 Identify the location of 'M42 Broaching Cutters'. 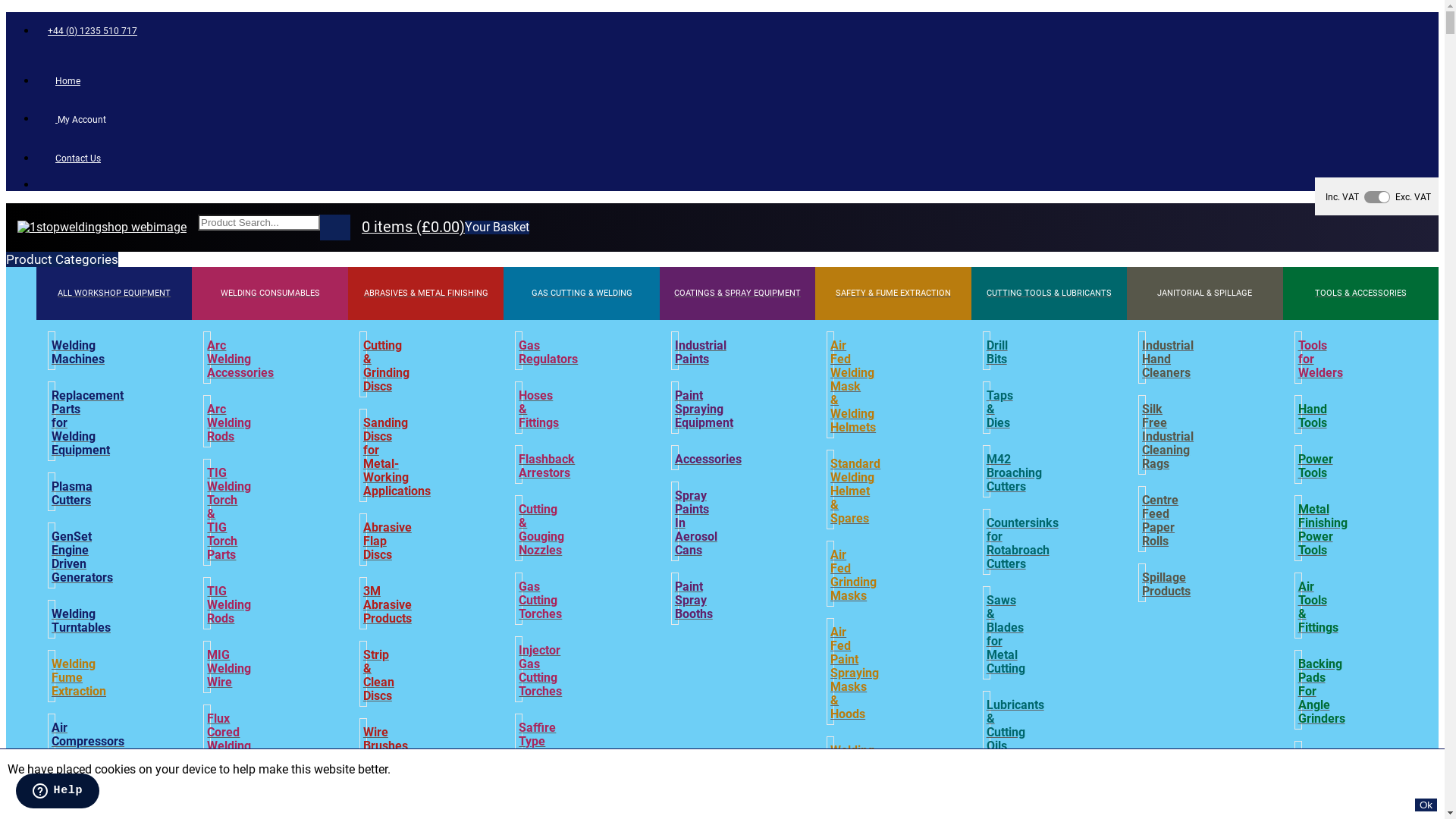
(1014, 472).